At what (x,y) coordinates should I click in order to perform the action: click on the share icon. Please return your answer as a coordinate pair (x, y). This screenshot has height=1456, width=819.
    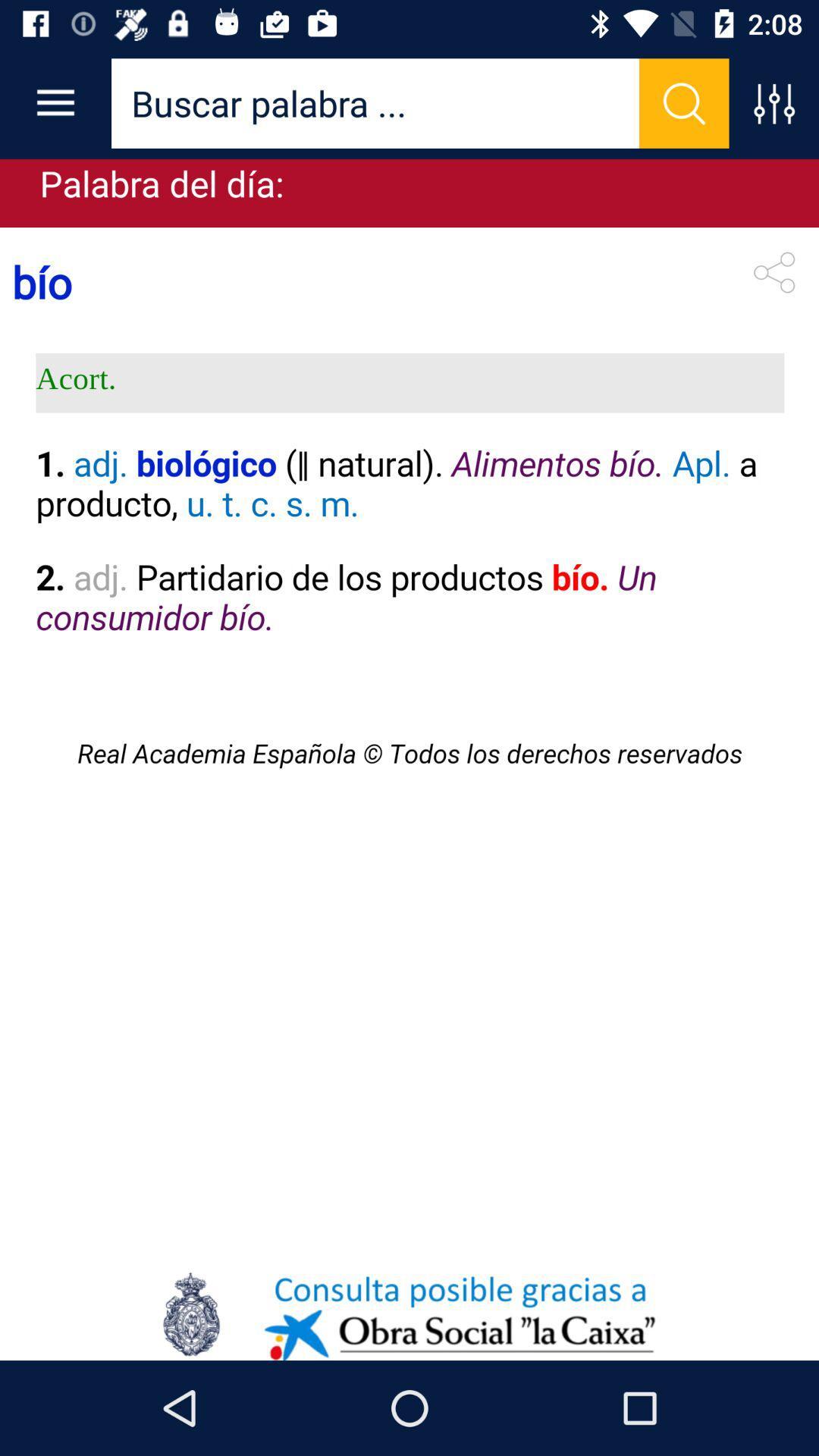
    Looking at the image, I should click on (773, 272).